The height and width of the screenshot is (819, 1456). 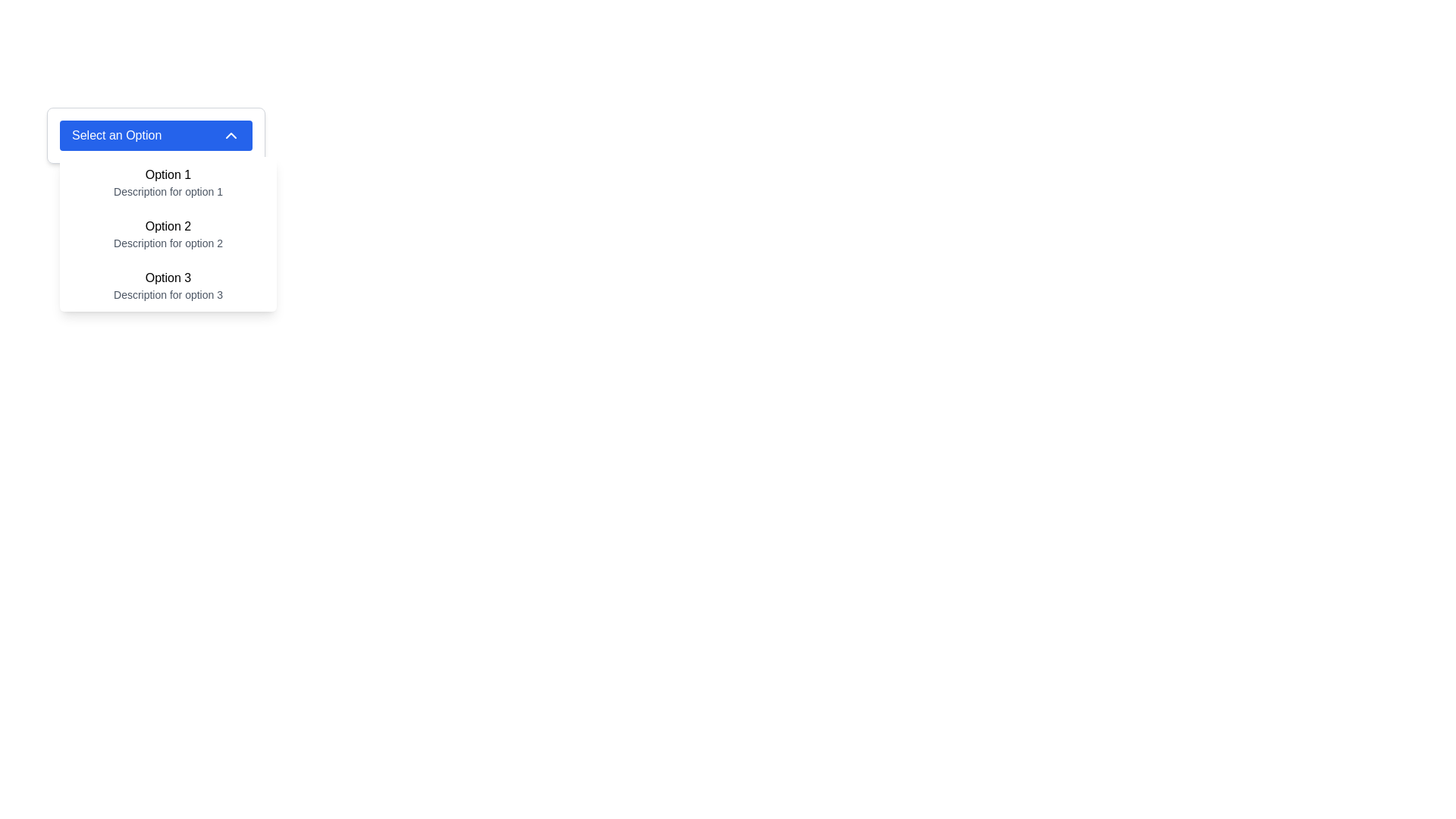 I want to click on the list item displaying 'Option 3' with a description 'Description for option 3' in the dropdown menu, so click(x=168, y=286).